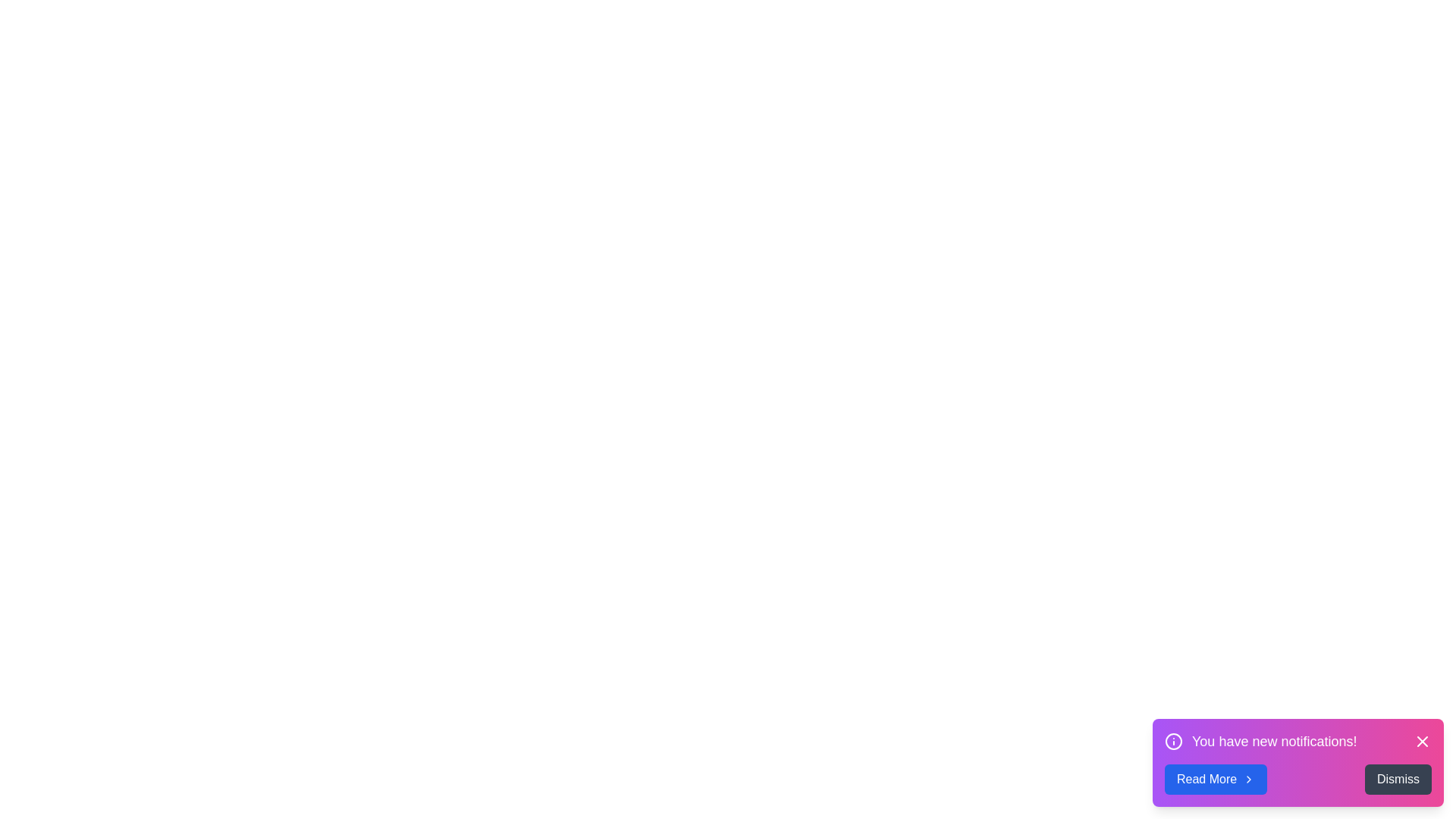 This screenshot has height=819, width=1456. I want to click on the informational icon located in the bottom-right corner of the notification card, positioned to the left of the text 'You have new notifications!', so click(1173, 741).